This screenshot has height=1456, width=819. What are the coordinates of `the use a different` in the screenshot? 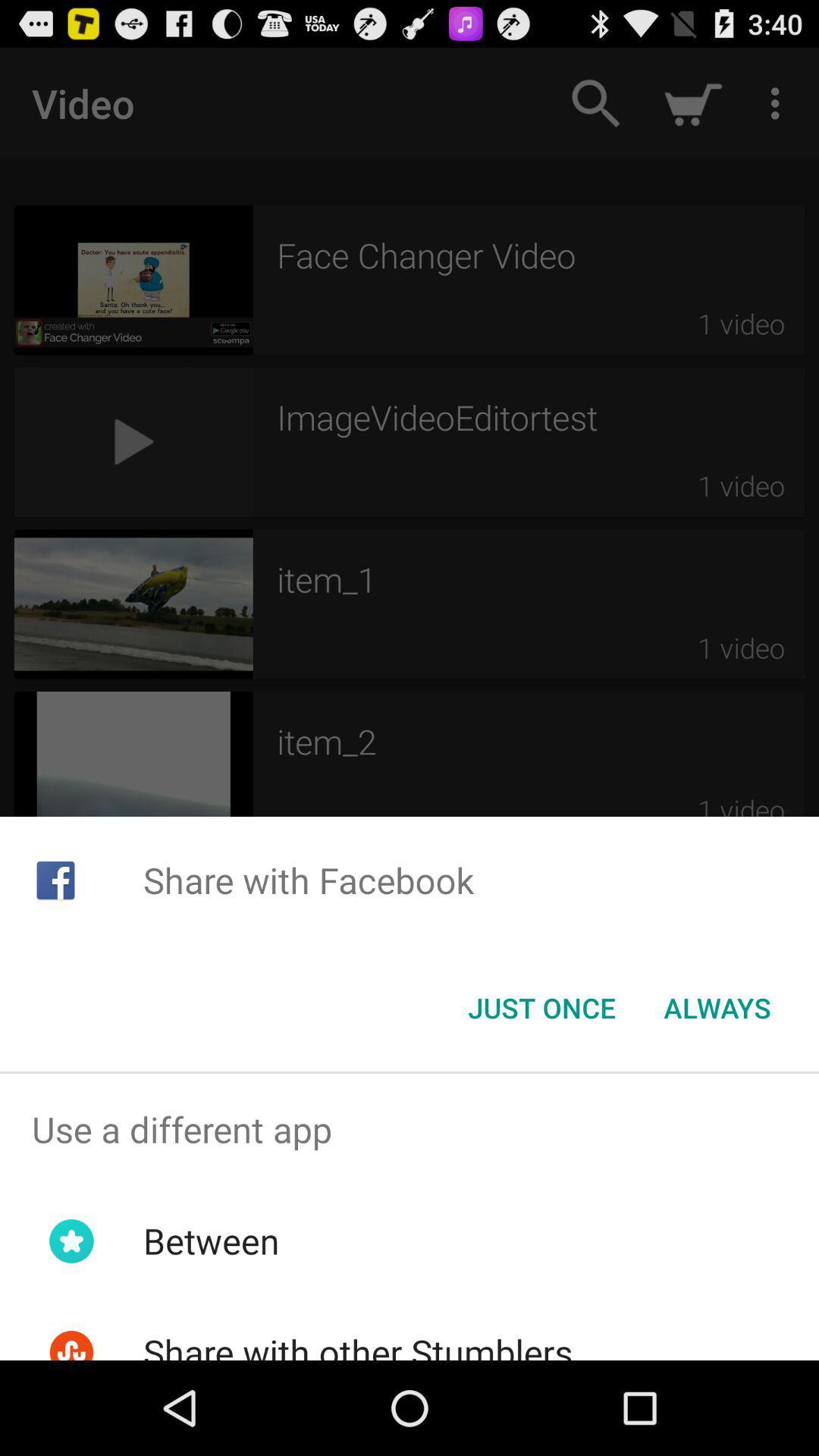 It's located at (409, 1129).